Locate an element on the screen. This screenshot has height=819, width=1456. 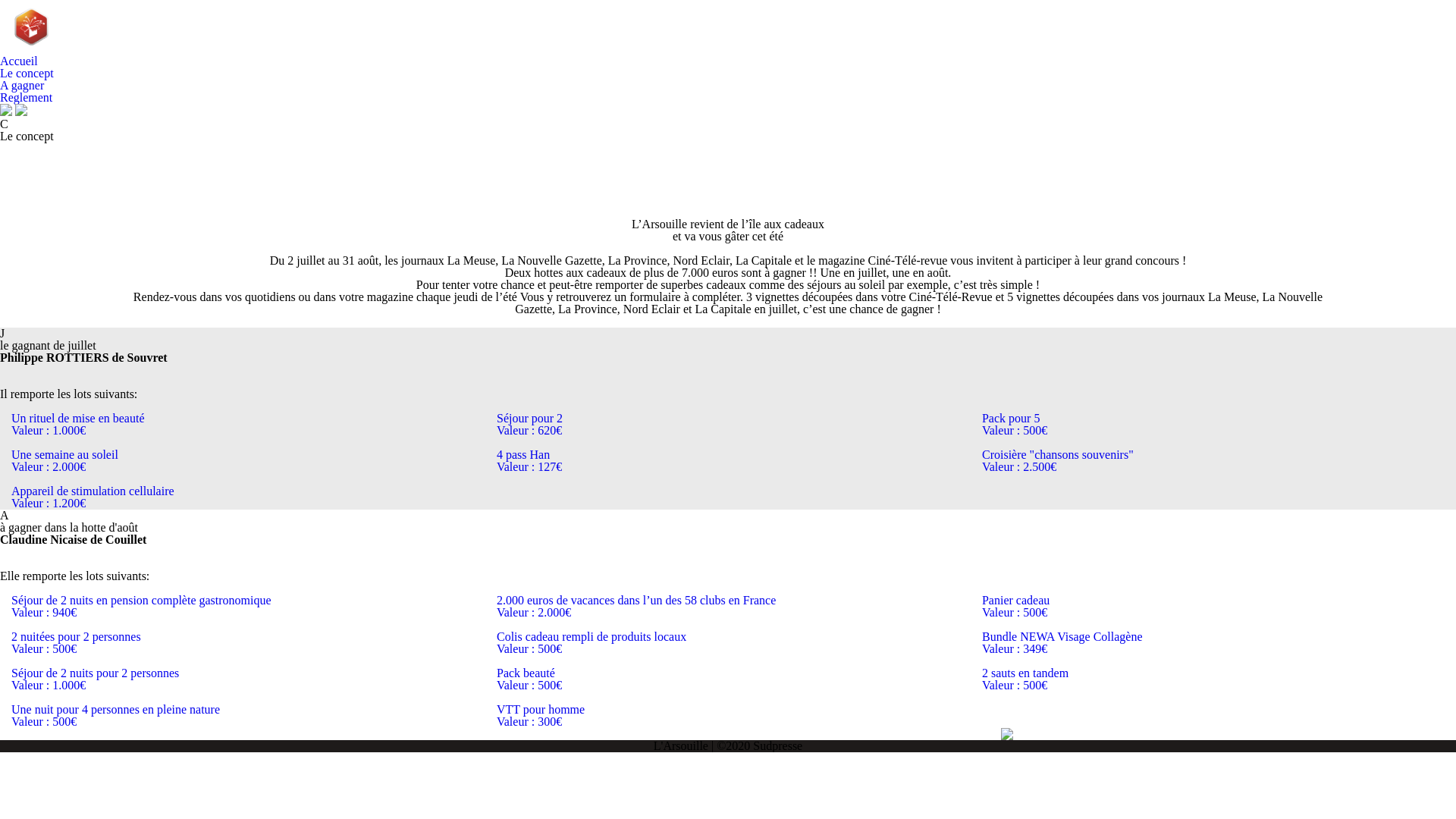
'Accueil' is located at coordinates (18, 60).